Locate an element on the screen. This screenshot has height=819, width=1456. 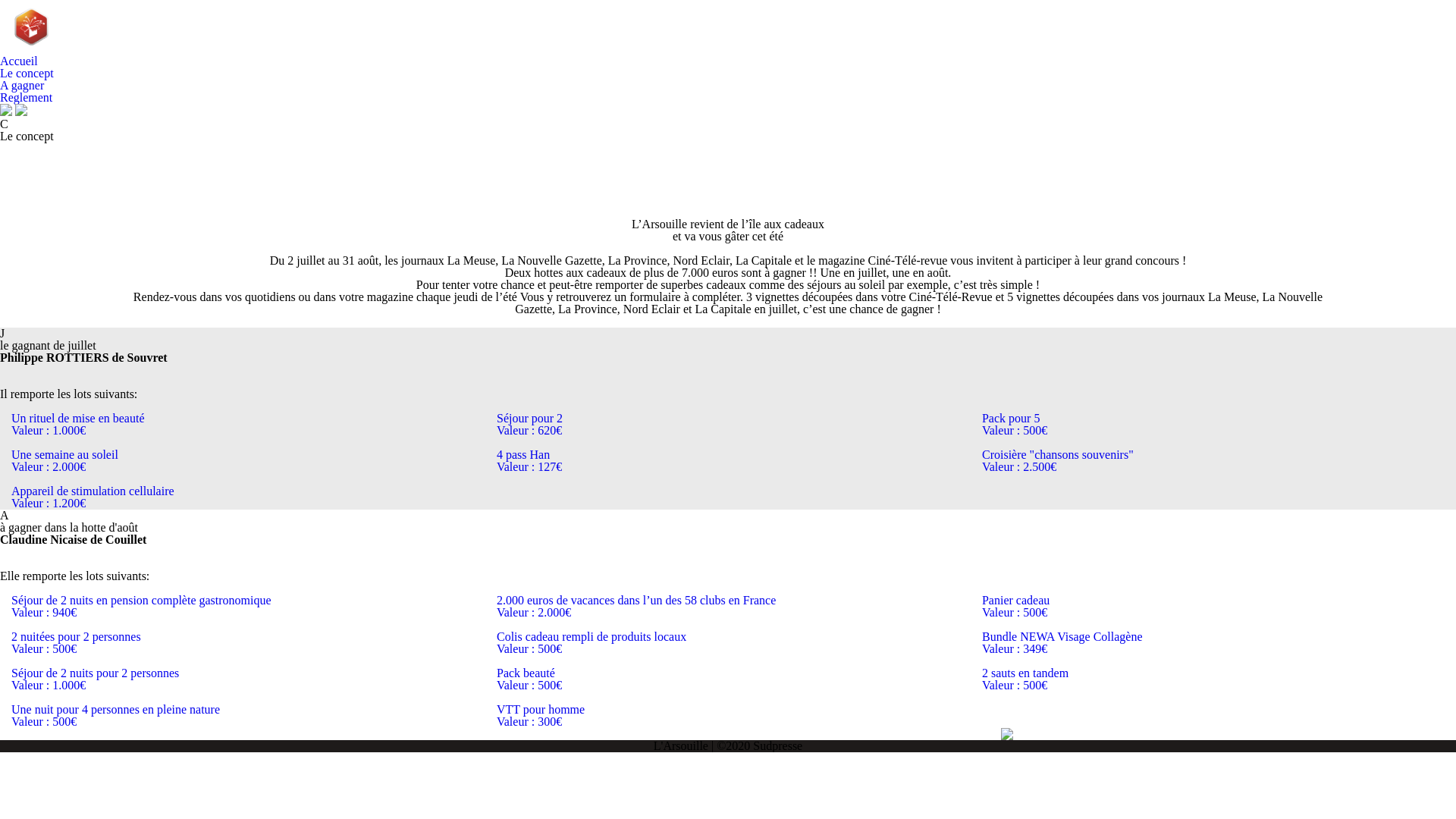
'Accueil' is located at coordinates (18, 60).